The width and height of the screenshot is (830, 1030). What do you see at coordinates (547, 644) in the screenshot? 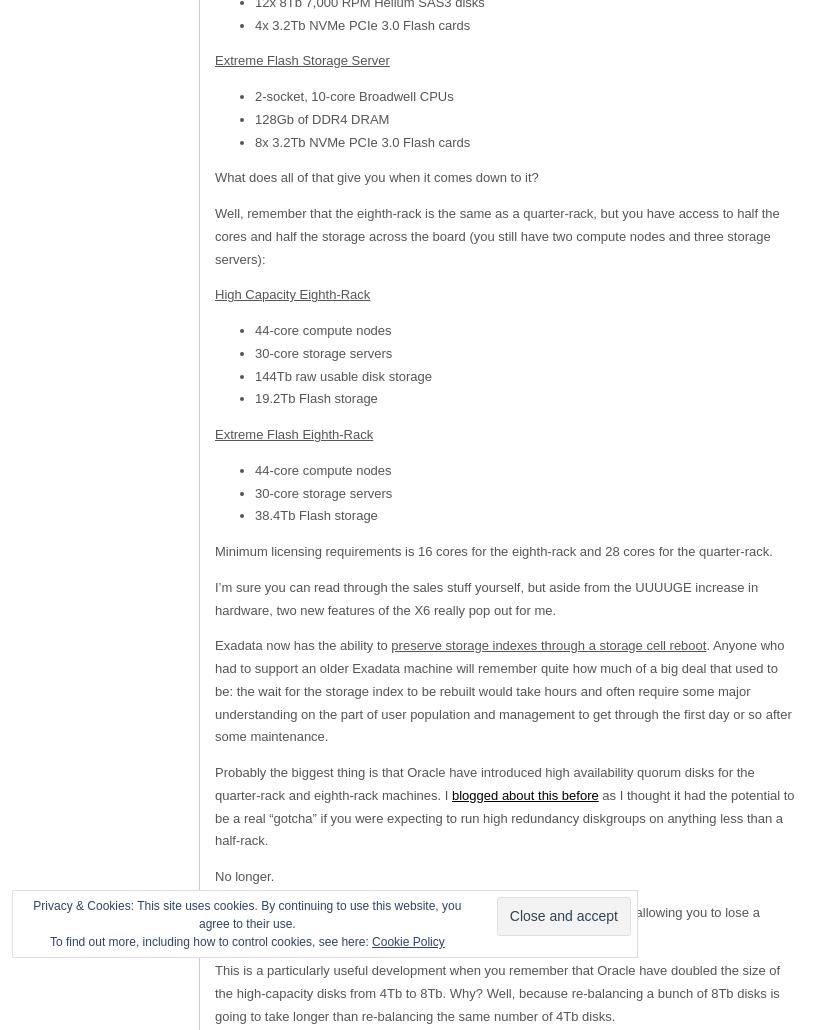
I see `'preserve storage indexes through a storage cell reboot'` at bounding box center [547, 644].